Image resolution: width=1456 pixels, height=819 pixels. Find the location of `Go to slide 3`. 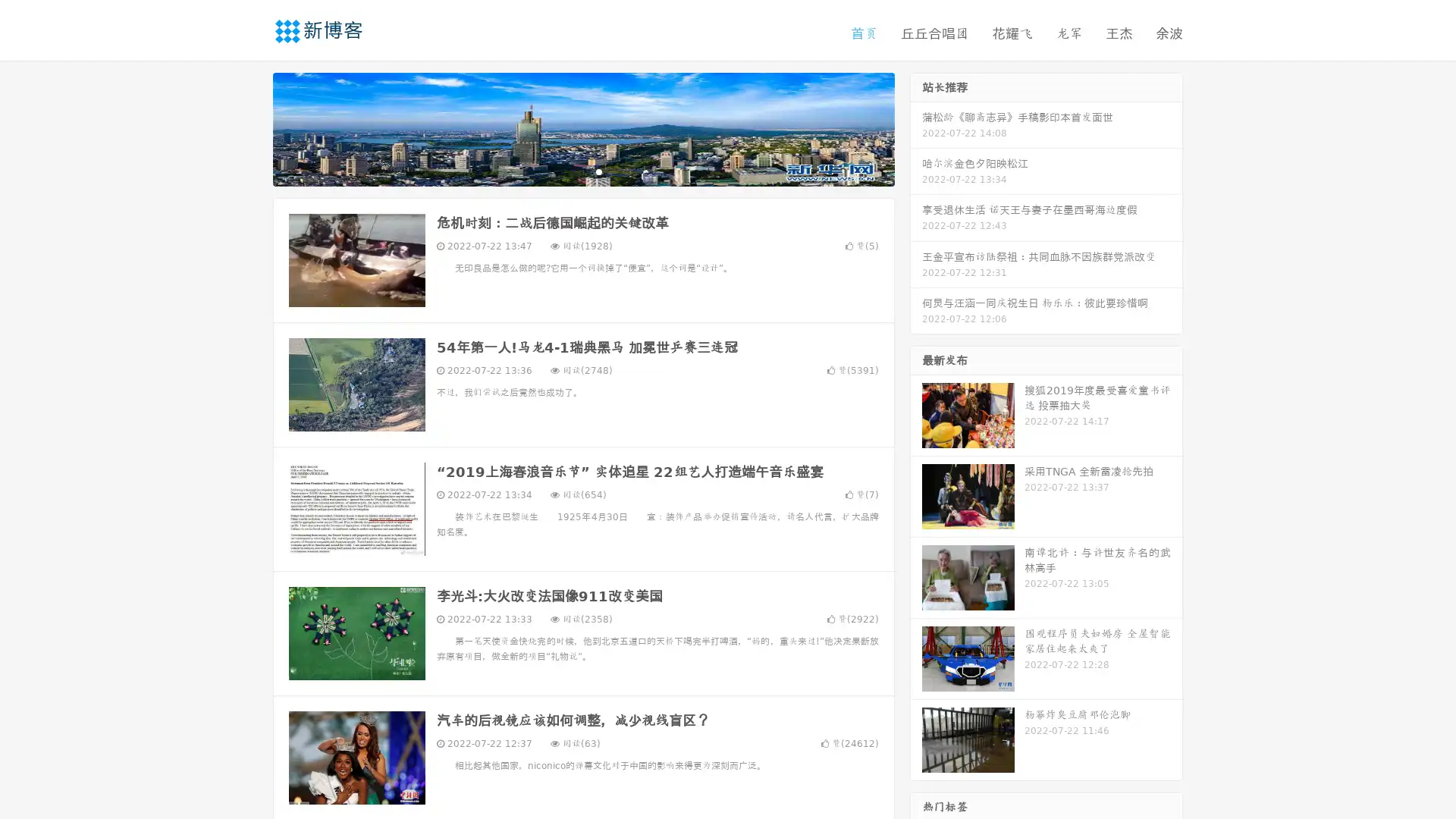

Go to slide 3 is located at coordinates (598, 171).